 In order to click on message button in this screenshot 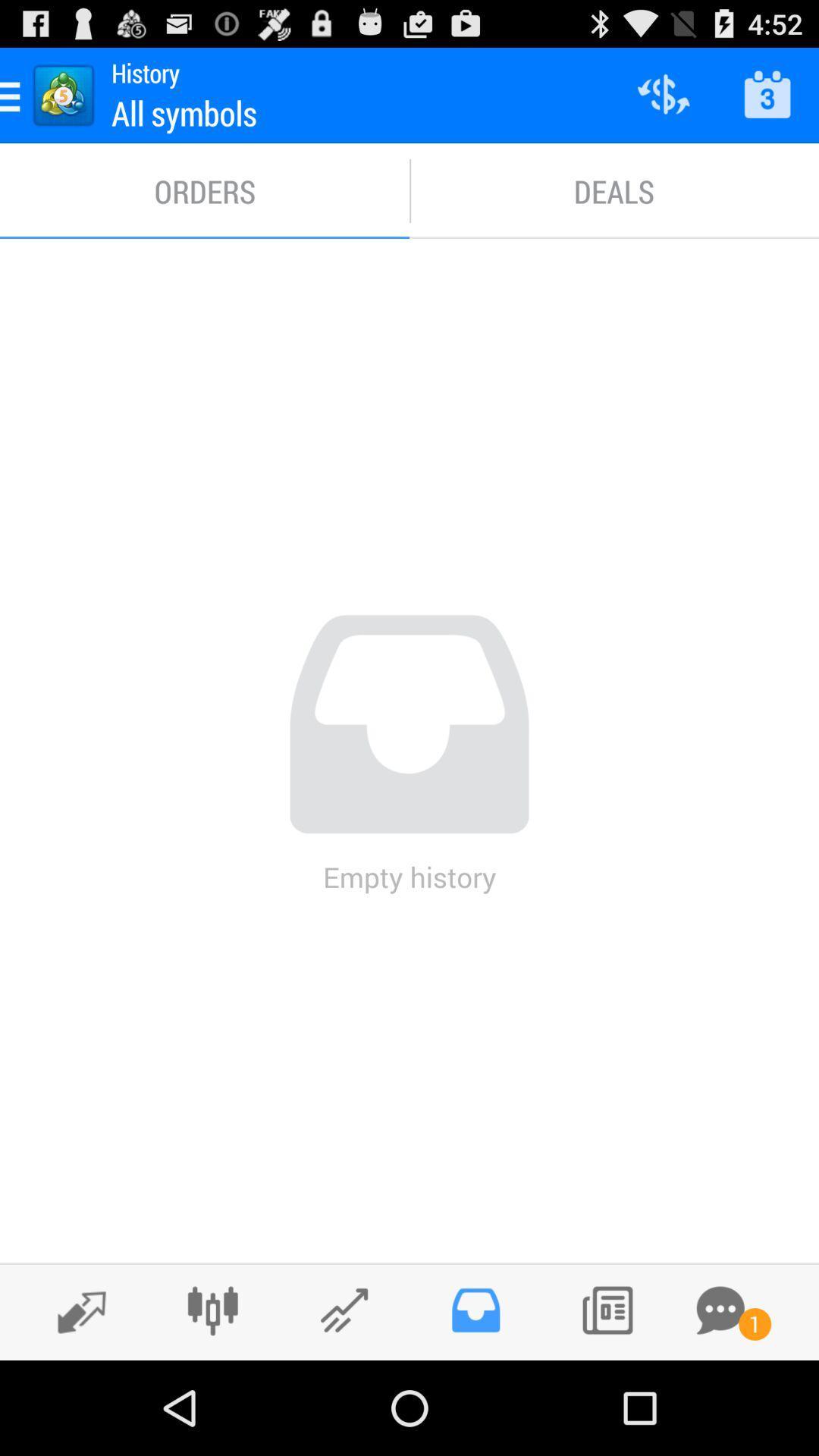, I will do `click(720, 1310)`.